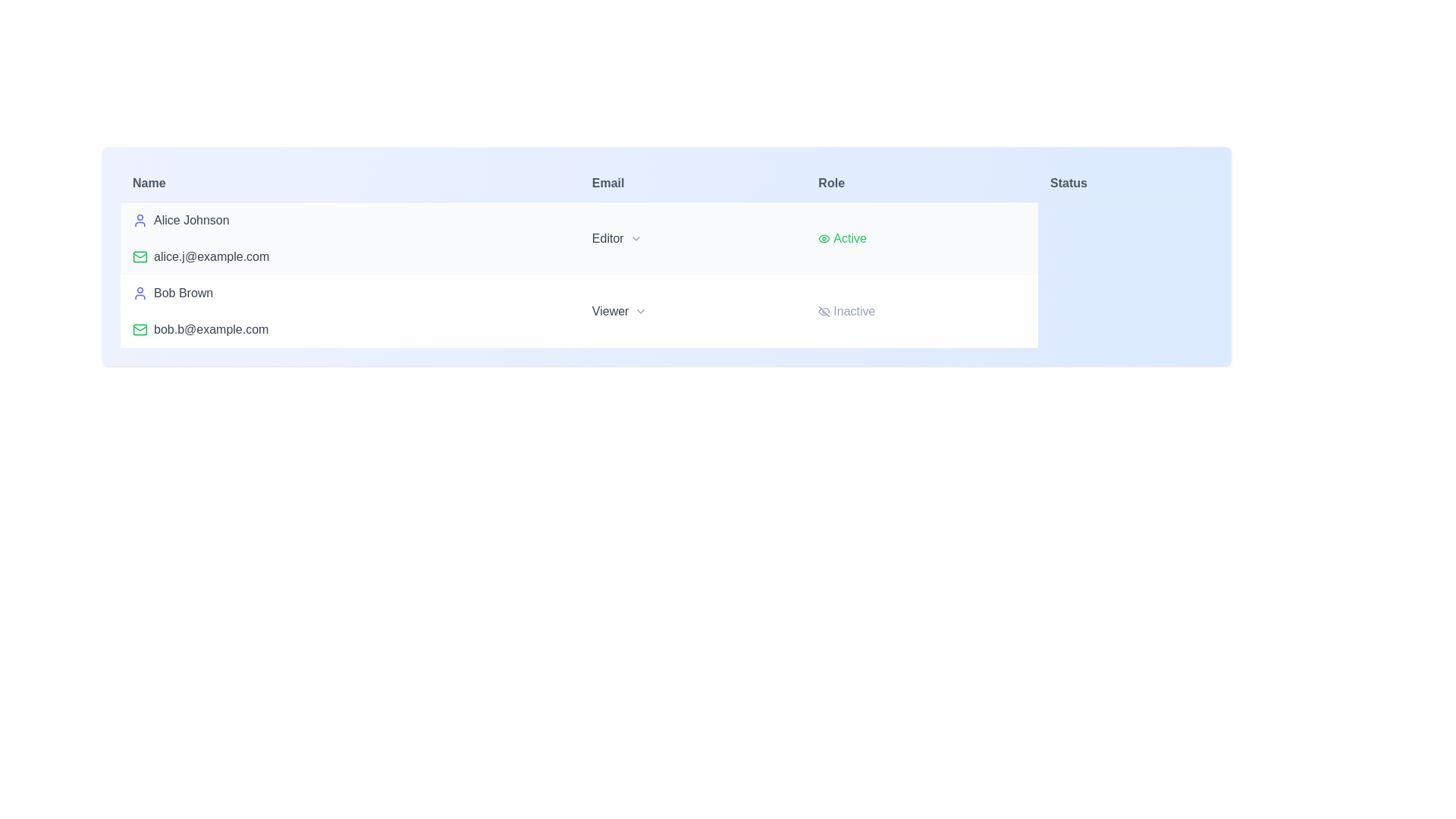  What do you see at coordinates (140, 256) in the screenshot?
I see `the green-colored mail icon representing 'Email' located to the left of the email address 'alice.j@example.com' in the email list` at bounding box center [140, 256].